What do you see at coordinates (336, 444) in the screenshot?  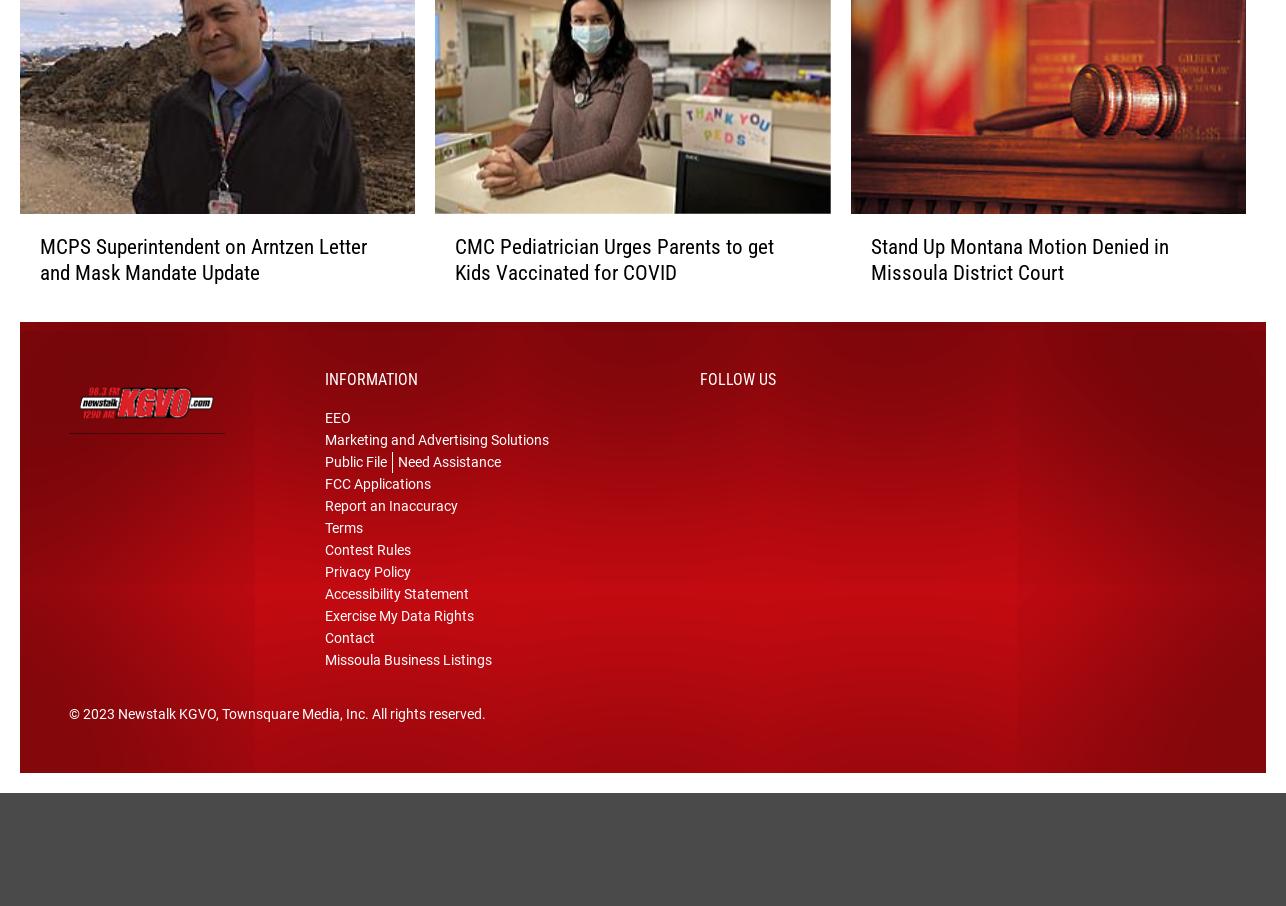 I see `'EEO'` at bounding box center [336, 444].